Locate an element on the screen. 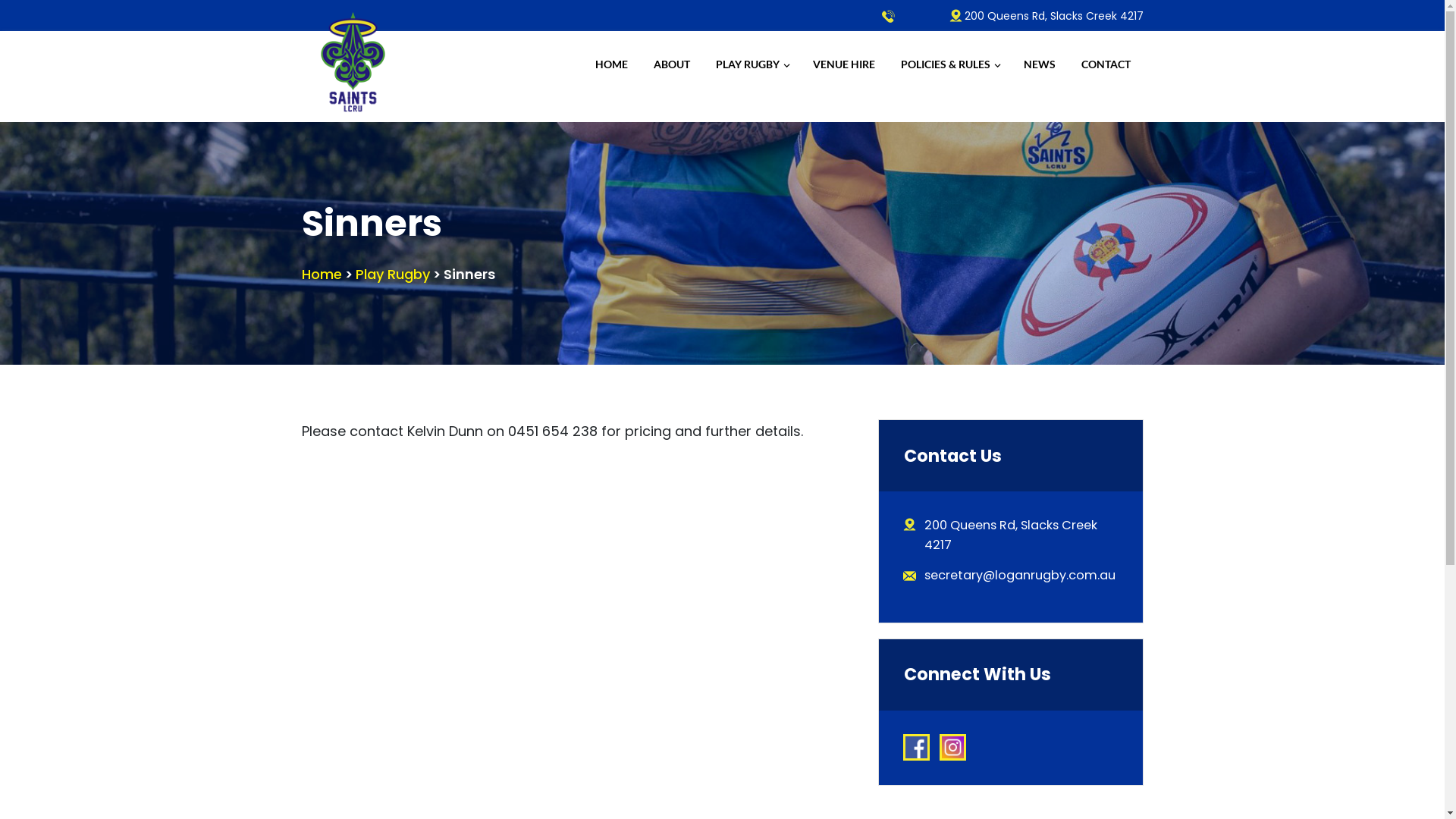 The height and width of the screenshot is (819, 1456). 'VENUE HIRE' is located at coordinates (799, 63).